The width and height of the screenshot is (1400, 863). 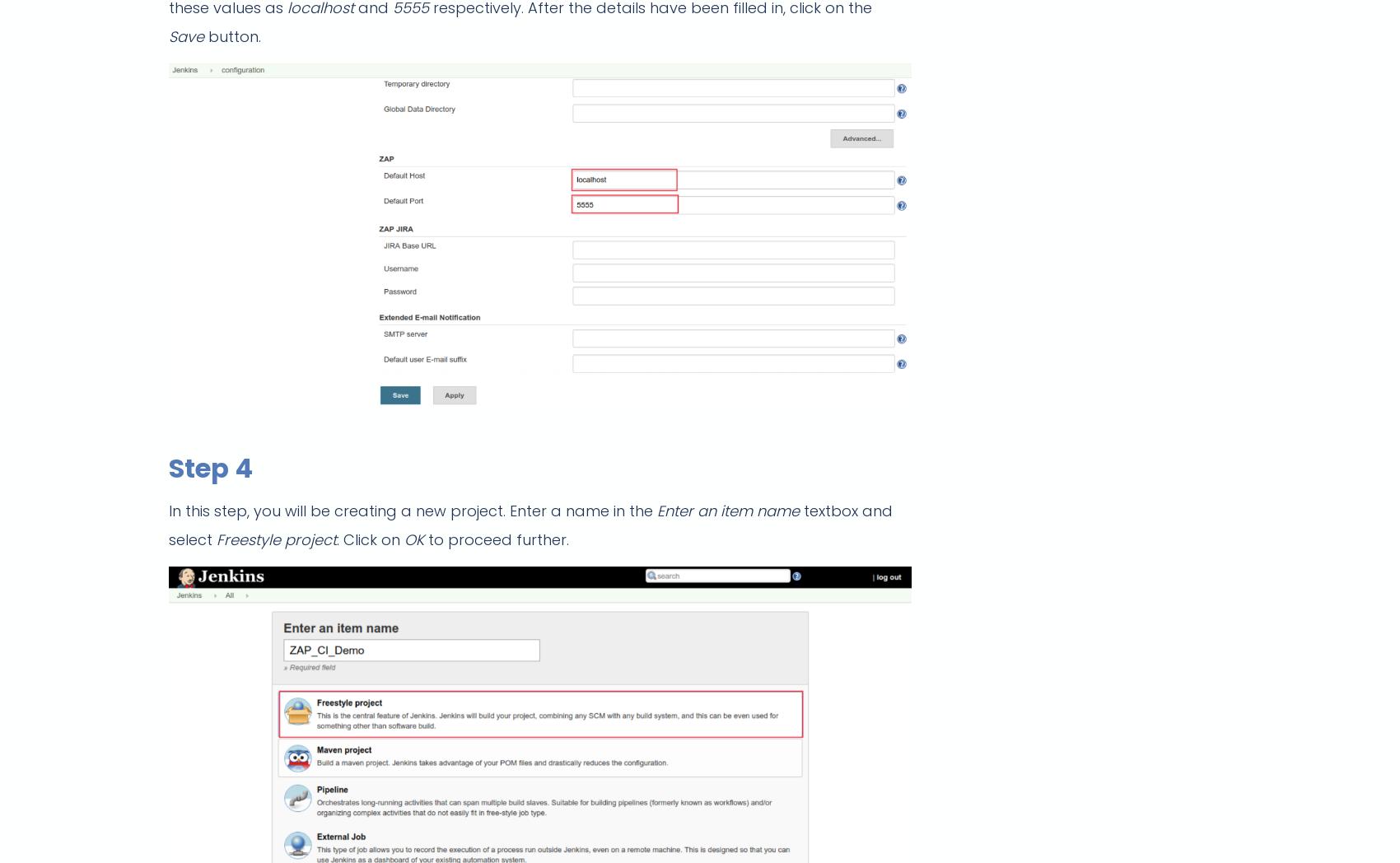 I want to click on 'Save', so click(x=168, y=35).